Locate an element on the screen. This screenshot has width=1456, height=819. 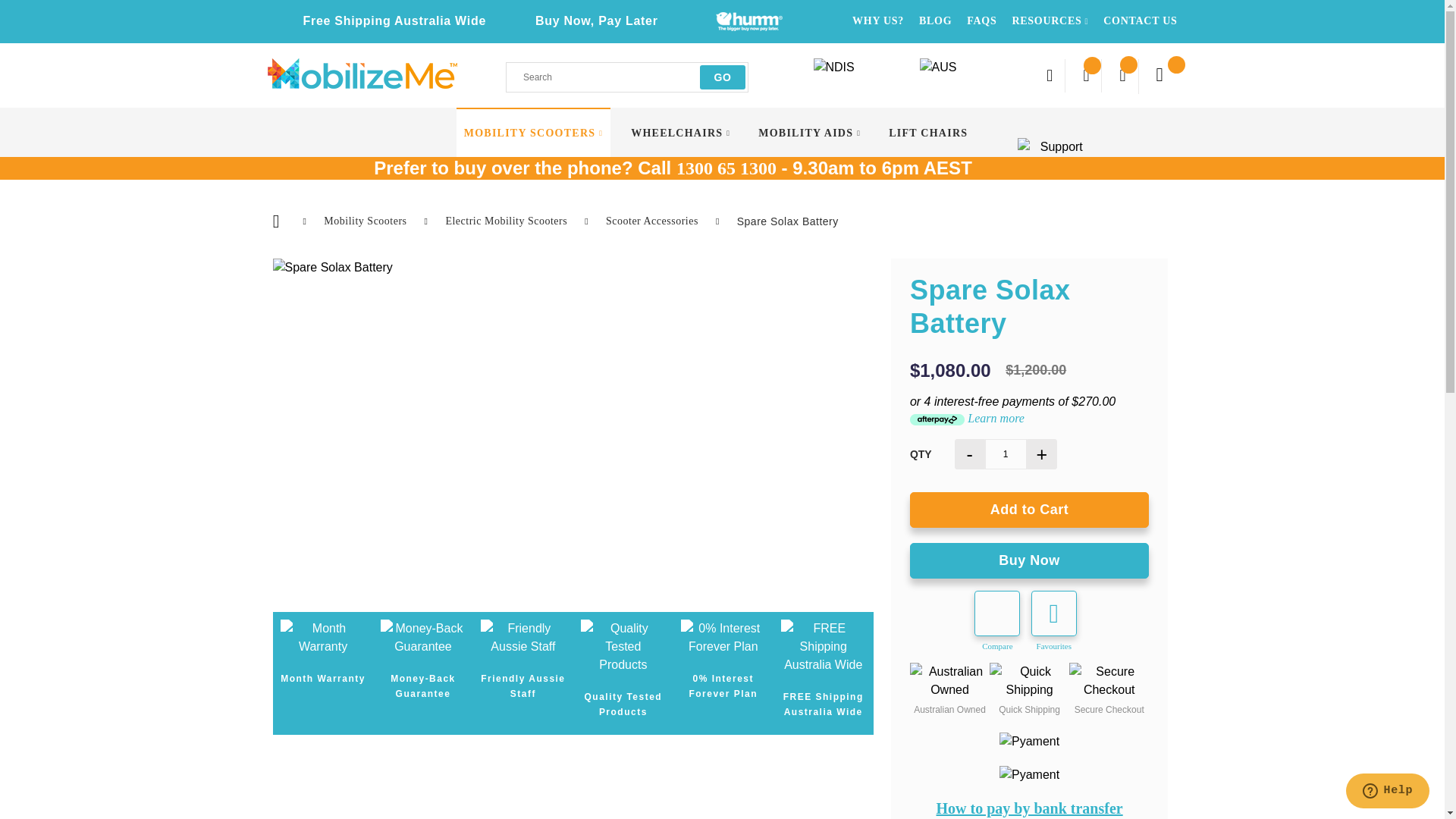
'Secure Checkout' is located at coordinates (1109, 680).